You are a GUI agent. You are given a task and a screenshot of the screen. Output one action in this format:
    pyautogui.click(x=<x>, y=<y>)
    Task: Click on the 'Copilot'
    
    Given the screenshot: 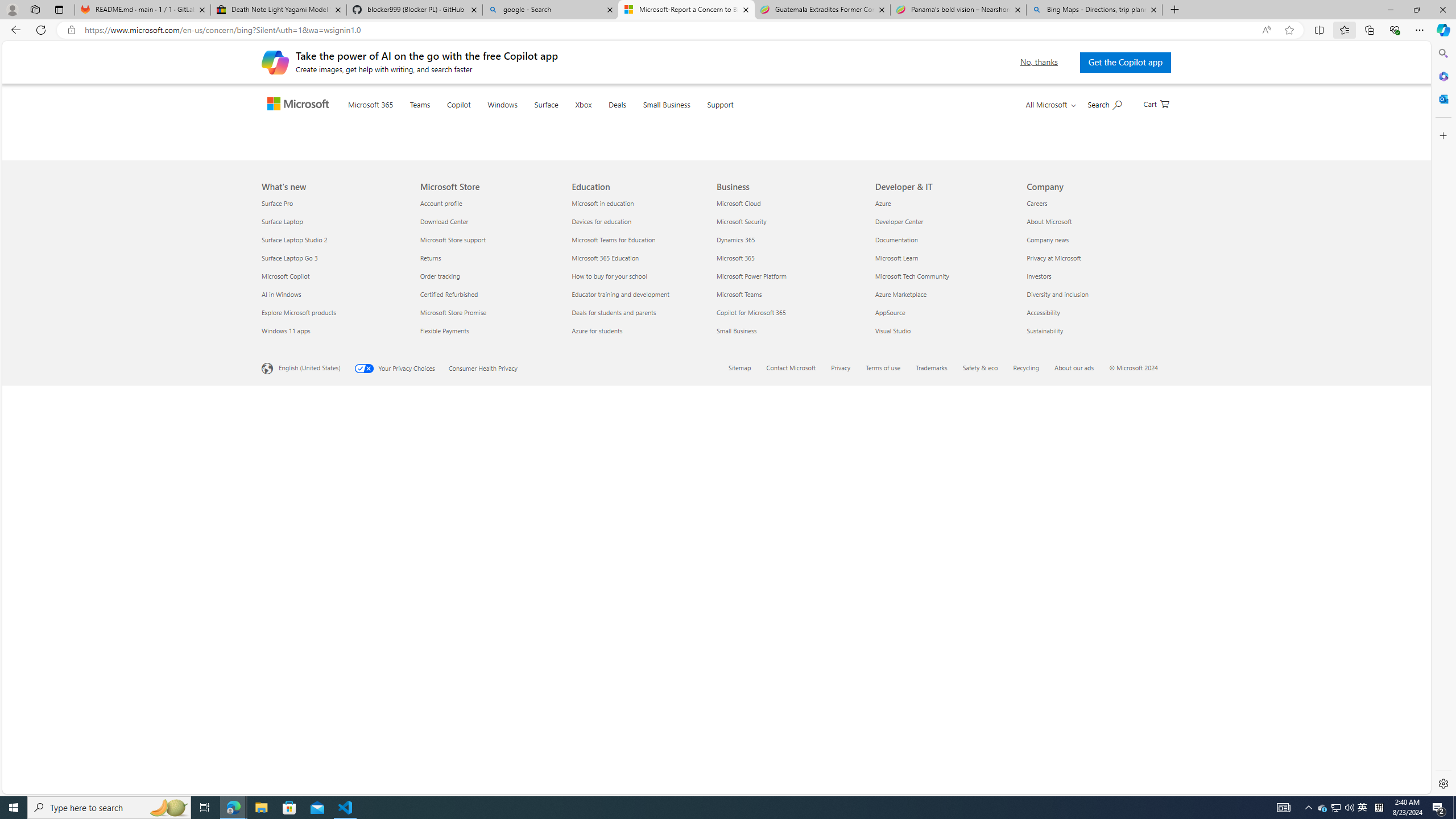 What is the action you would take?
    pyautogui.click(x=481, y=118)
    